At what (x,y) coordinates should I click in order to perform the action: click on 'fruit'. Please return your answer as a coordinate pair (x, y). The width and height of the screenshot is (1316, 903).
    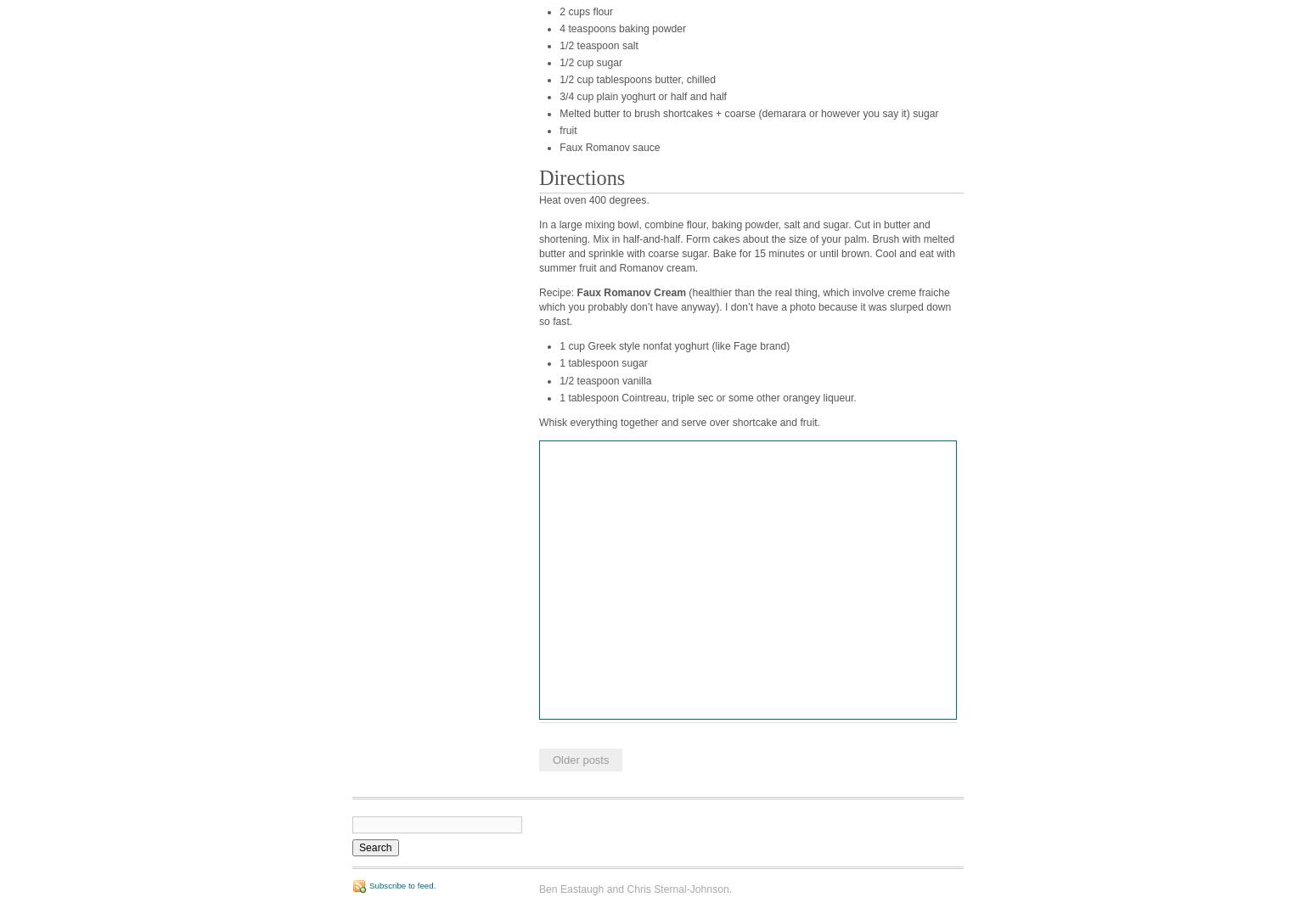
    Looking at the image, I should click on (566, 130).